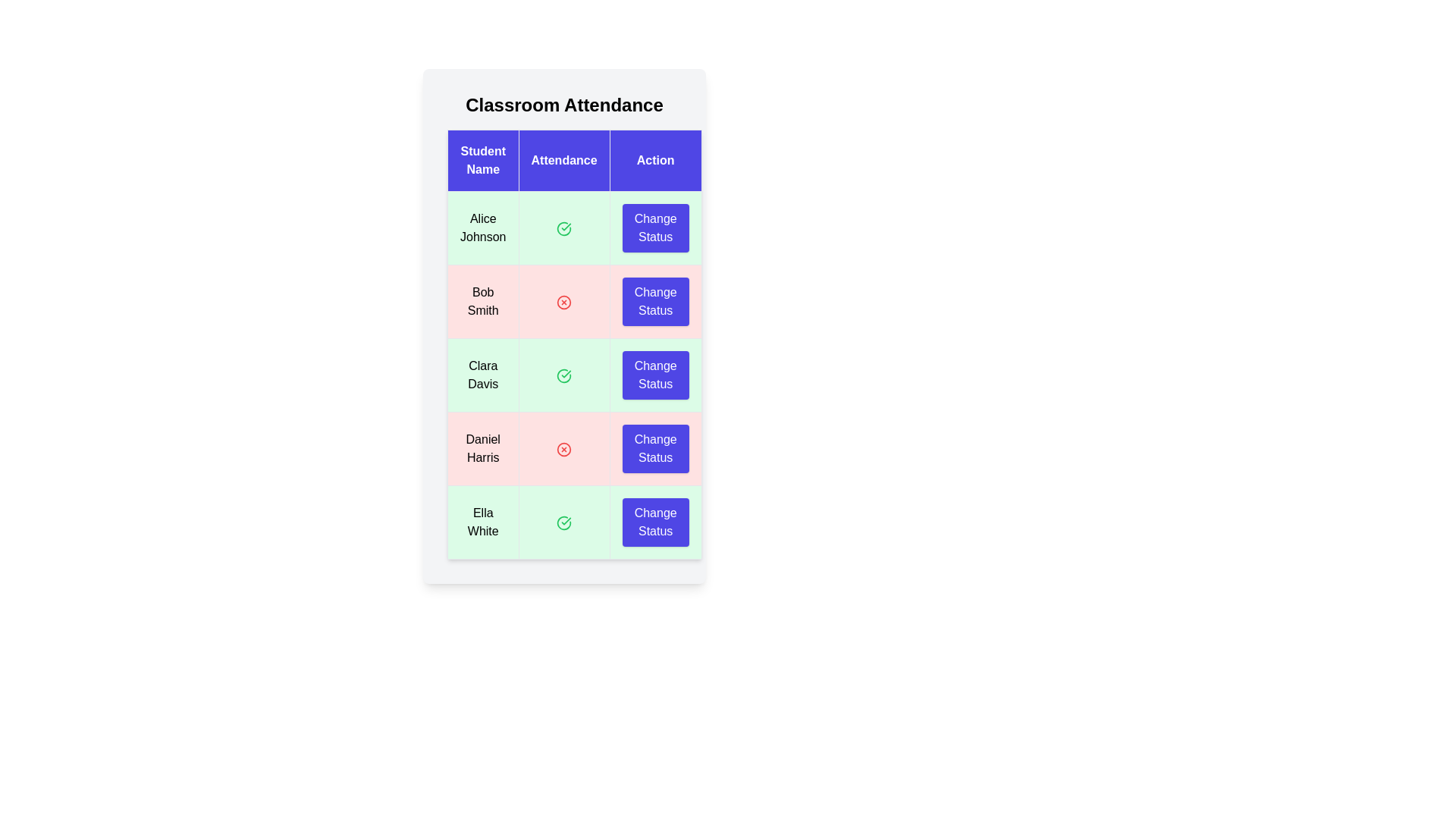 Image resolution: width=1456 pixels, height=819 pixels. I want to click on 'Change Status' button for the student Bob Smith, so click(655, 301).